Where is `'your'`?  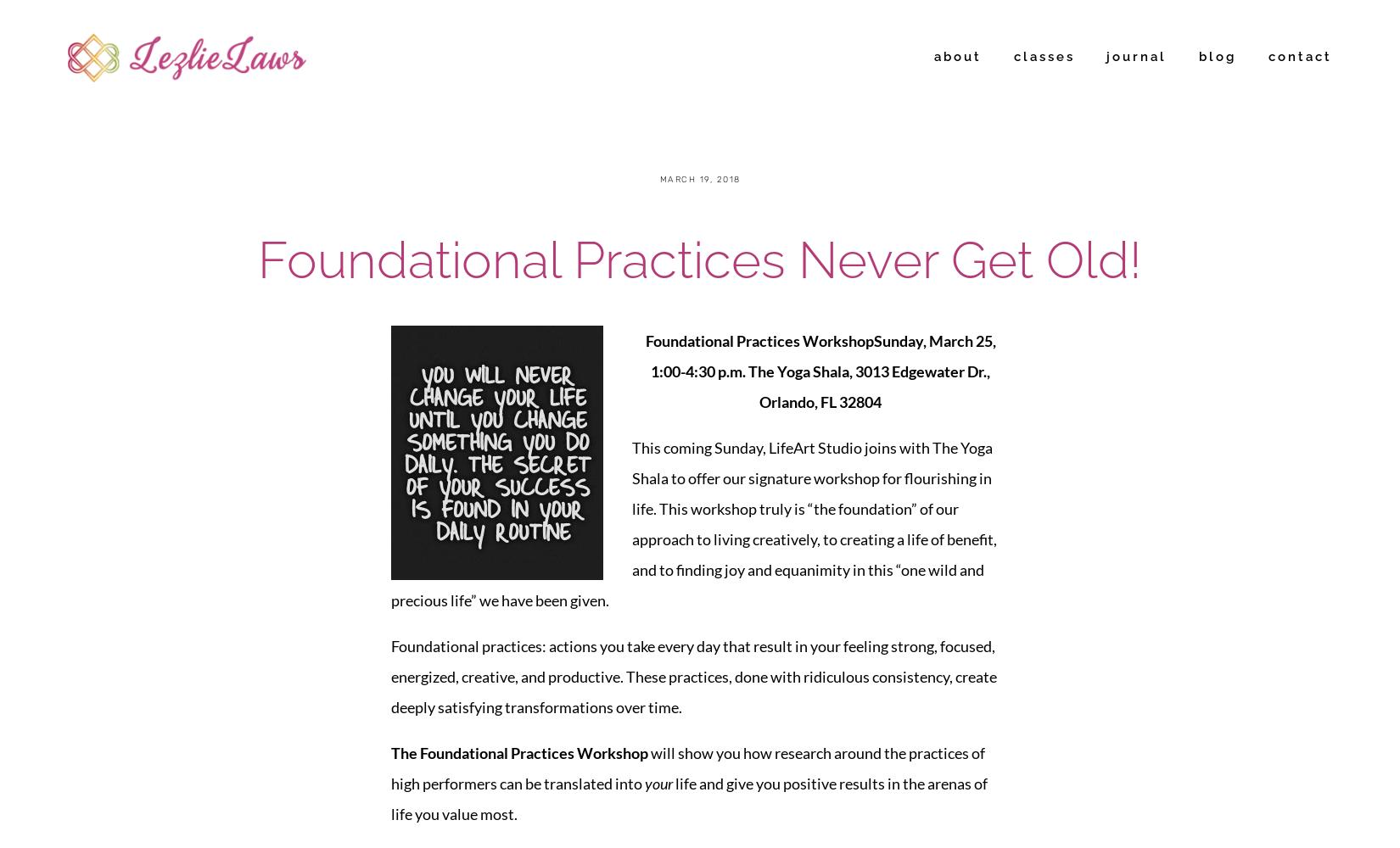
'your' is located at coordinates (658, 783).